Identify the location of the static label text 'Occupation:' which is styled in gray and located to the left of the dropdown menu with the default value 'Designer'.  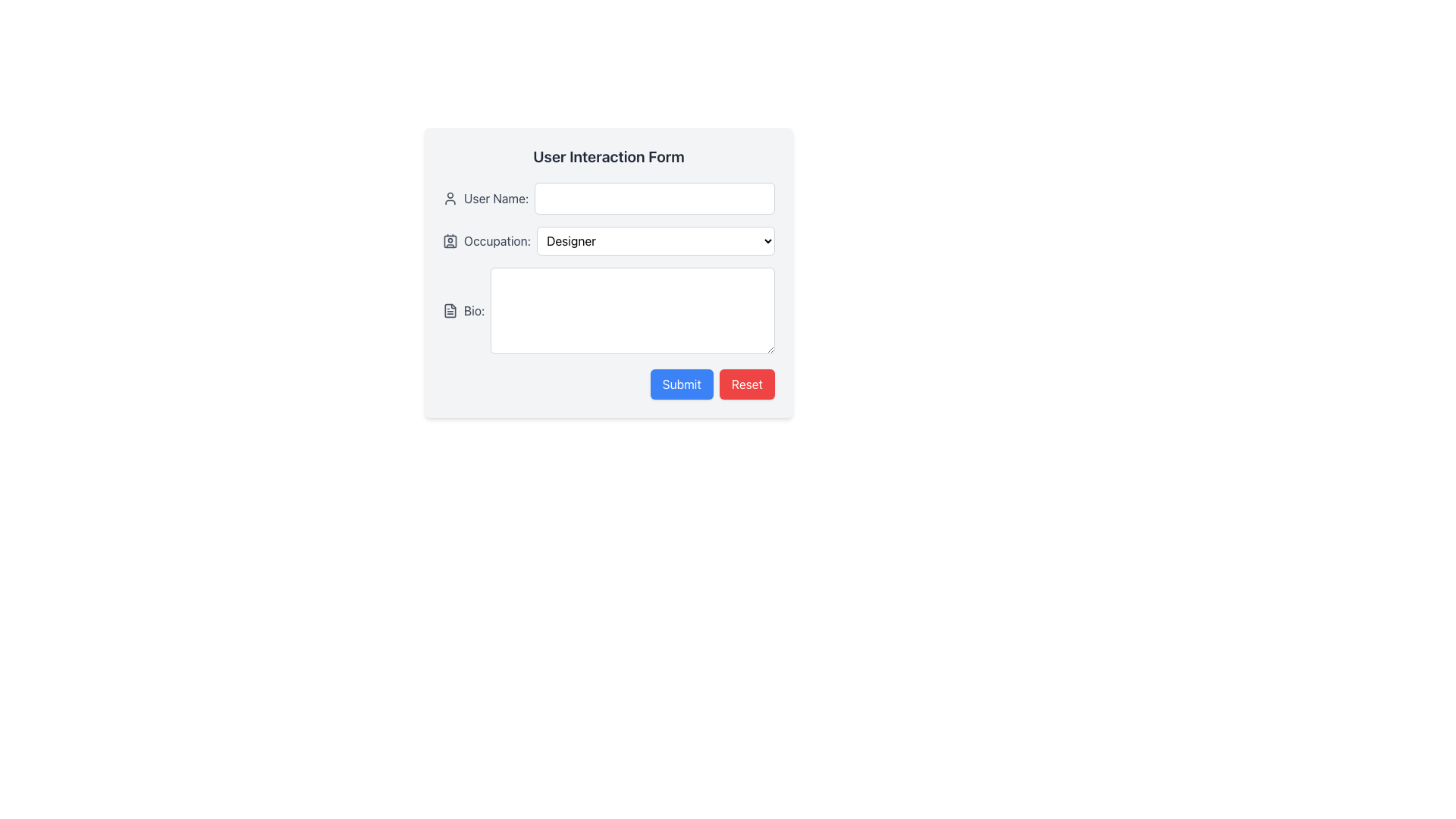
(497, 240).